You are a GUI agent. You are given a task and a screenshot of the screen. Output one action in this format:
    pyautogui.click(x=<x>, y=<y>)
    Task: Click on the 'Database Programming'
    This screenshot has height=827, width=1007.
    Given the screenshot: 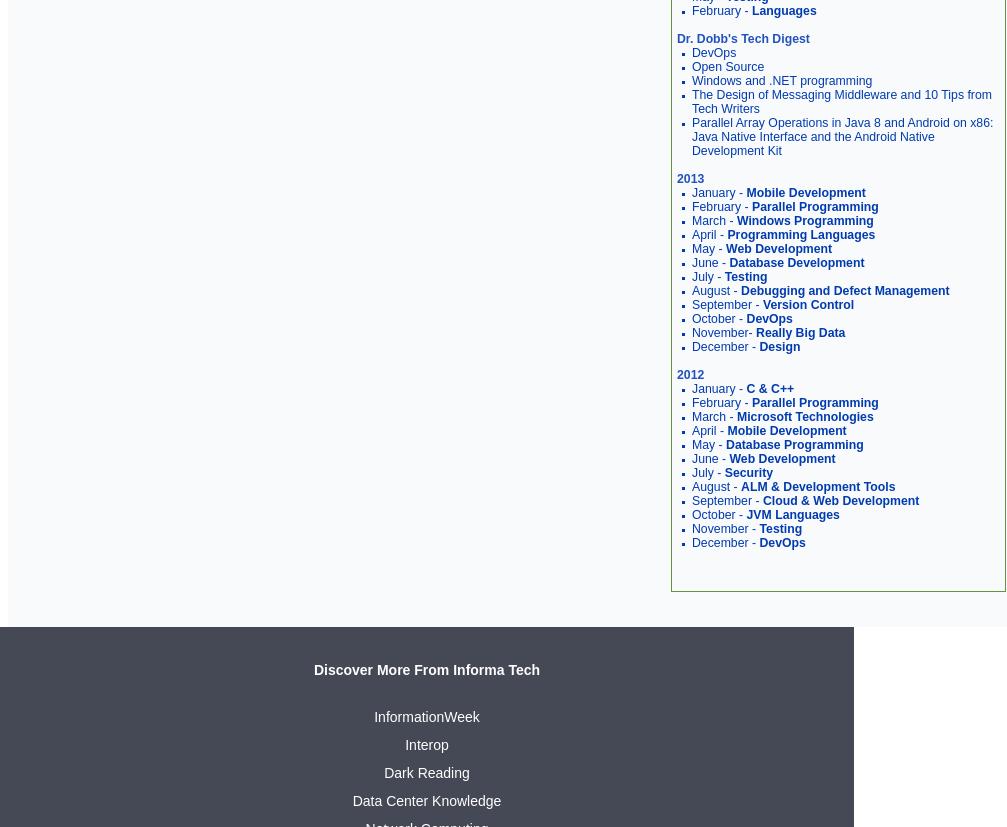 What is the action you would take?
    pyautogui.click(x=725, y=443)
    